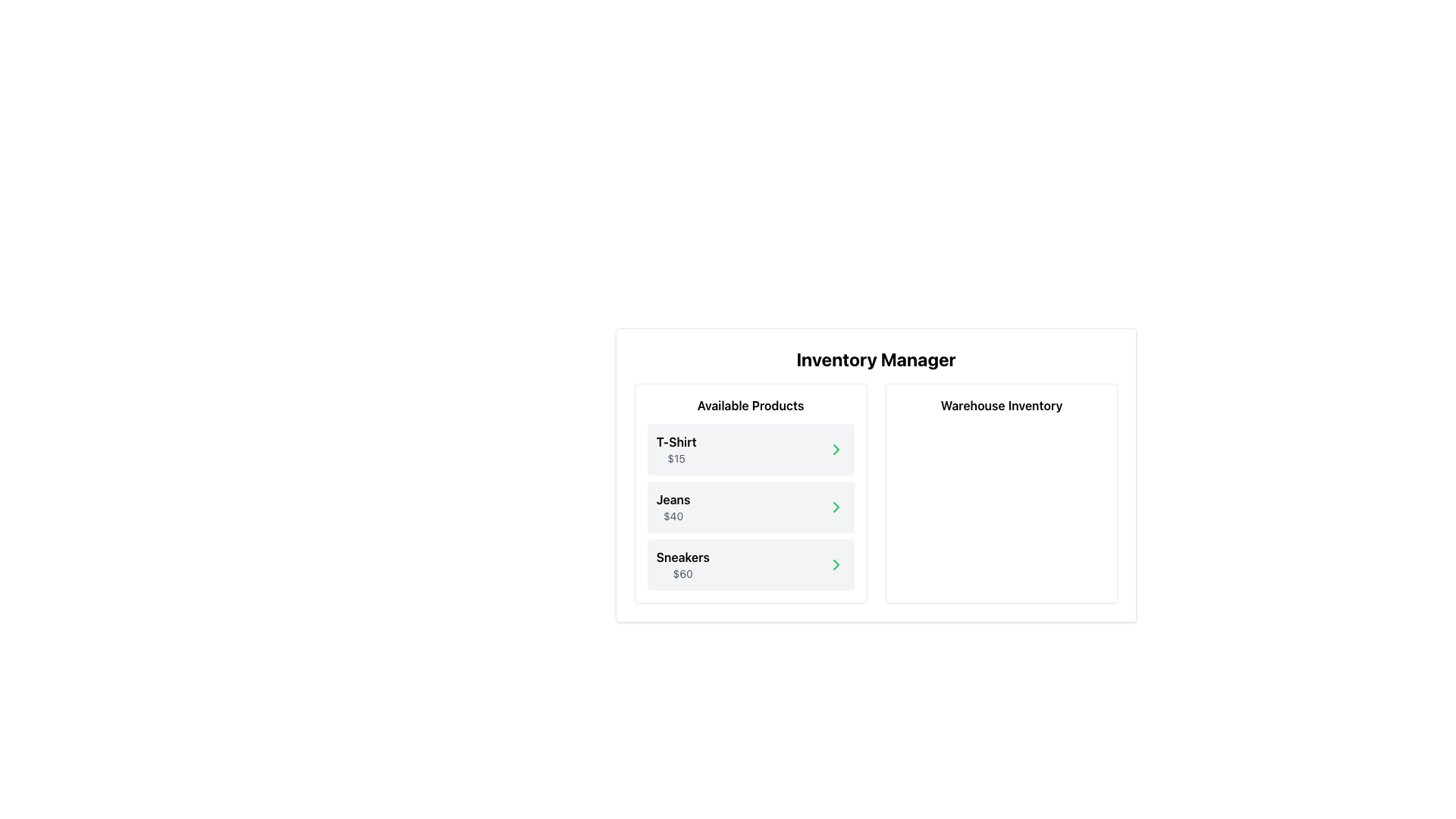 Image resolution: width=1456 pixels, height=819 pixels. I want to click on the 'Sneakers' text label in the third item of the 'Available Products' list, so click(682, 557).